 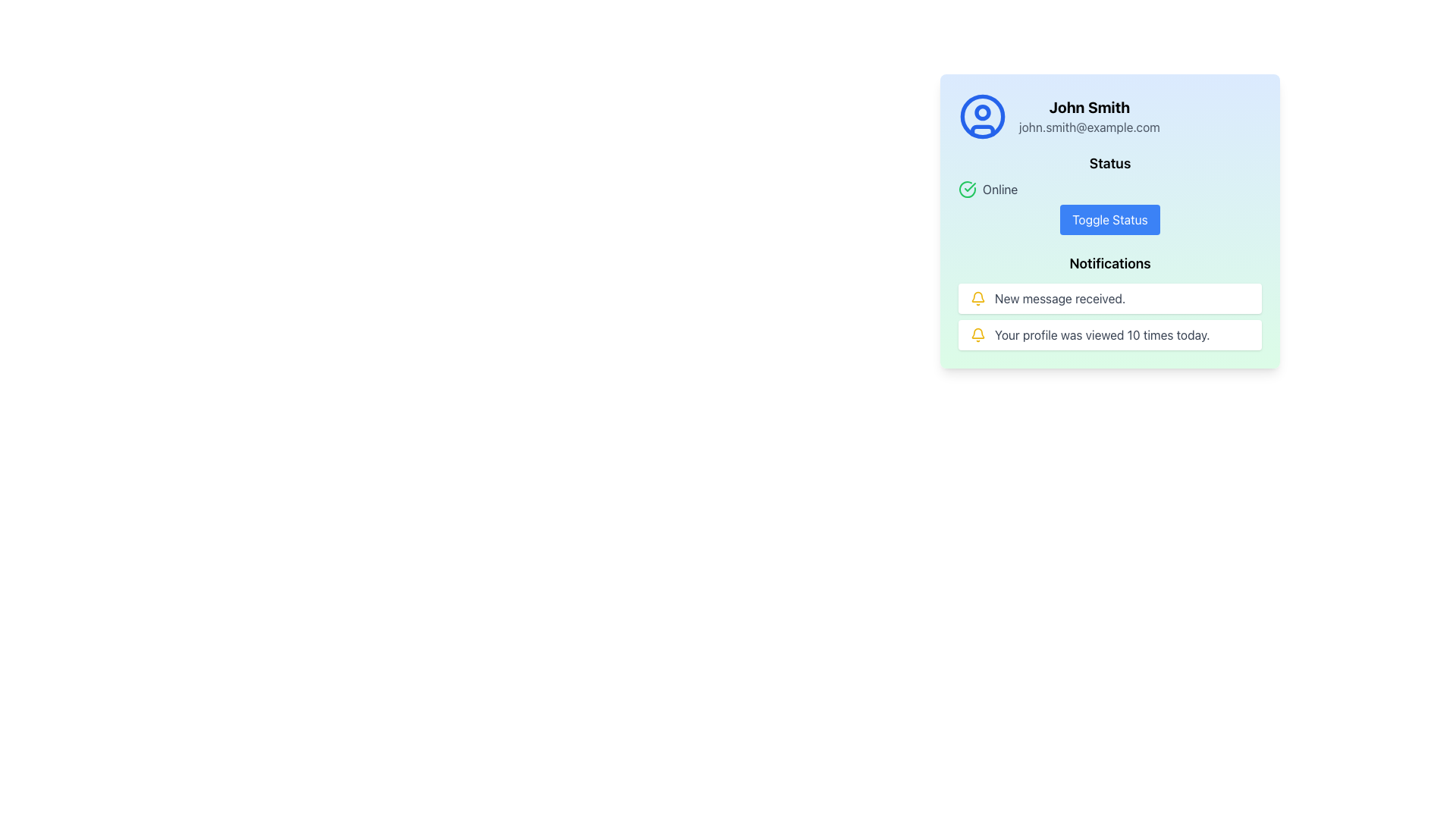 I want to click on the Notification Card displaying 'New message received.' with a yellow bell icon, positioned as the first notification under the 'Notifications' section in the profile card layout, so click(x=1110, y=298).